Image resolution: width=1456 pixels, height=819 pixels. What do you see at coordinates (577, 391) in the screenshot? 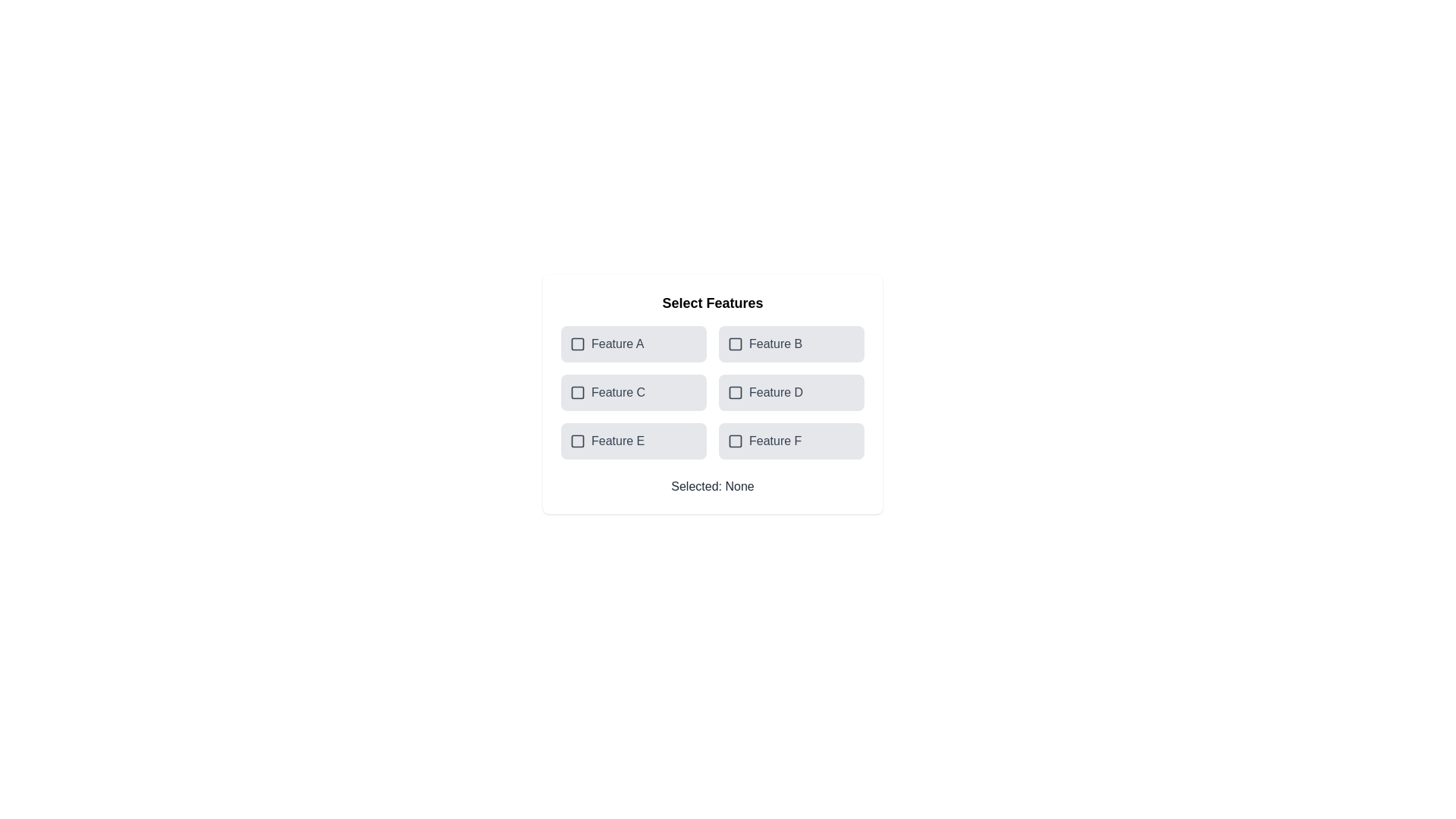
I see `the inactive Checkbox icon located to the left of the label text for 'Feature C'` at bounding box center [577, 391].